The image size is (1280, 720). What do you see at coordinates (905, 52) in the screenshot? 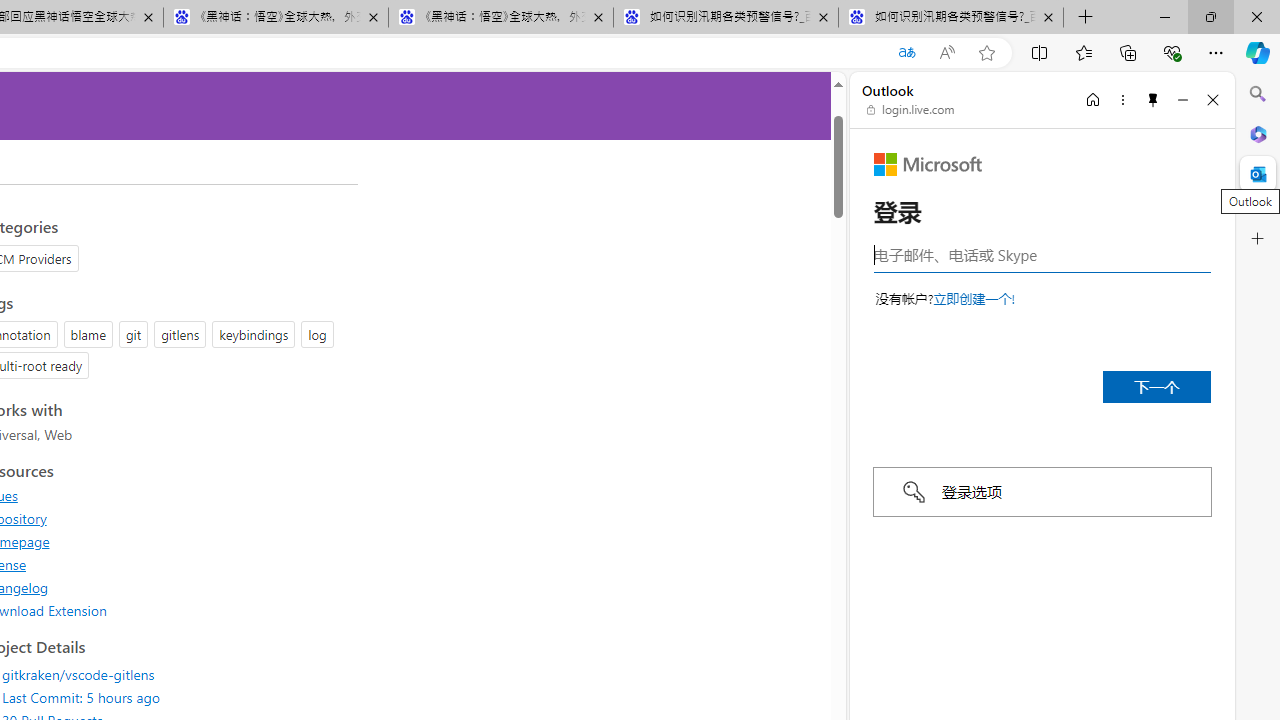
I see `'Translated'` at bounding box center [905, 52].